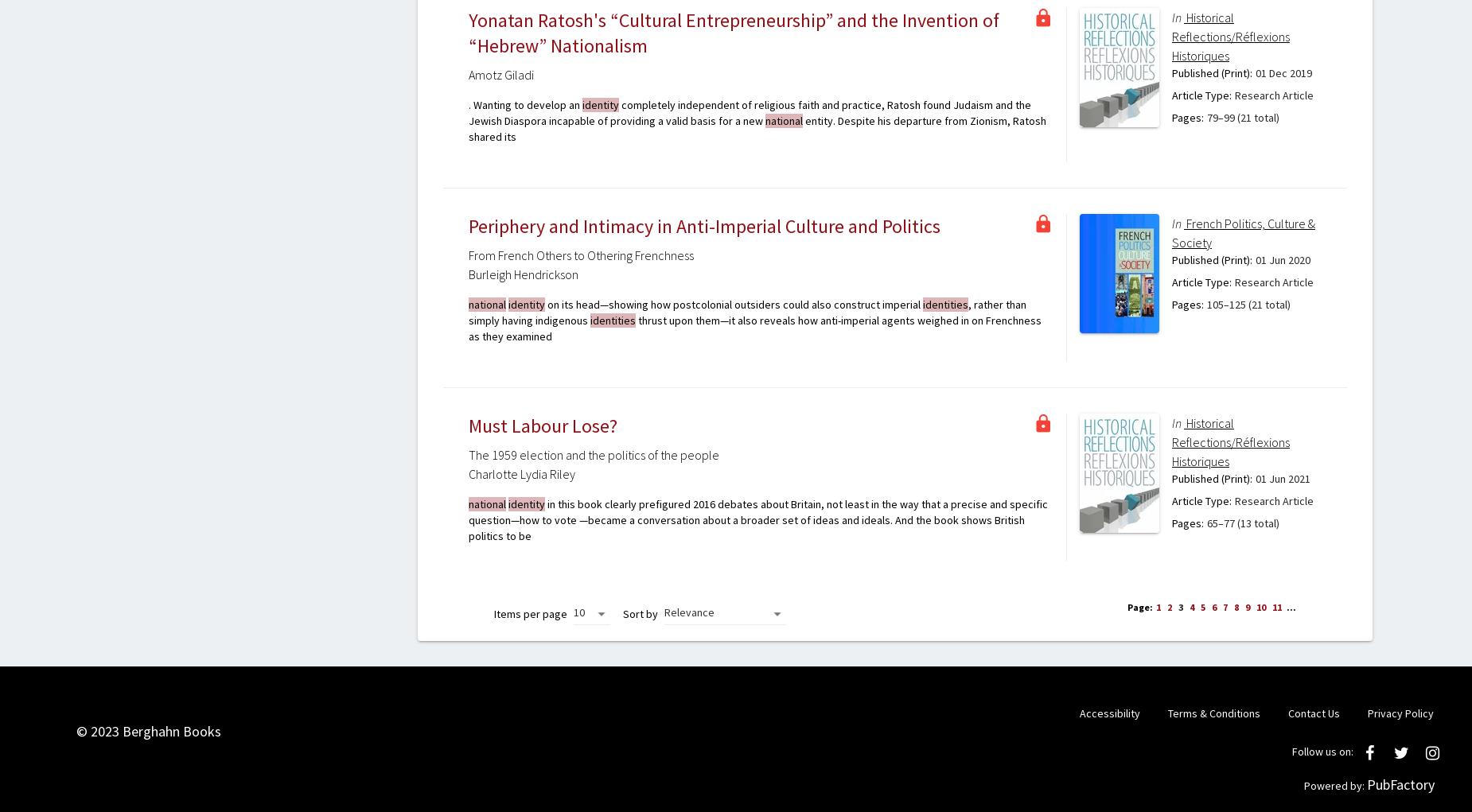  Describe the element at coordinates (734, 304) in the screenshot. I see `'on its head—showing how postcolonial outsiders could also construct imperial'` at that location.